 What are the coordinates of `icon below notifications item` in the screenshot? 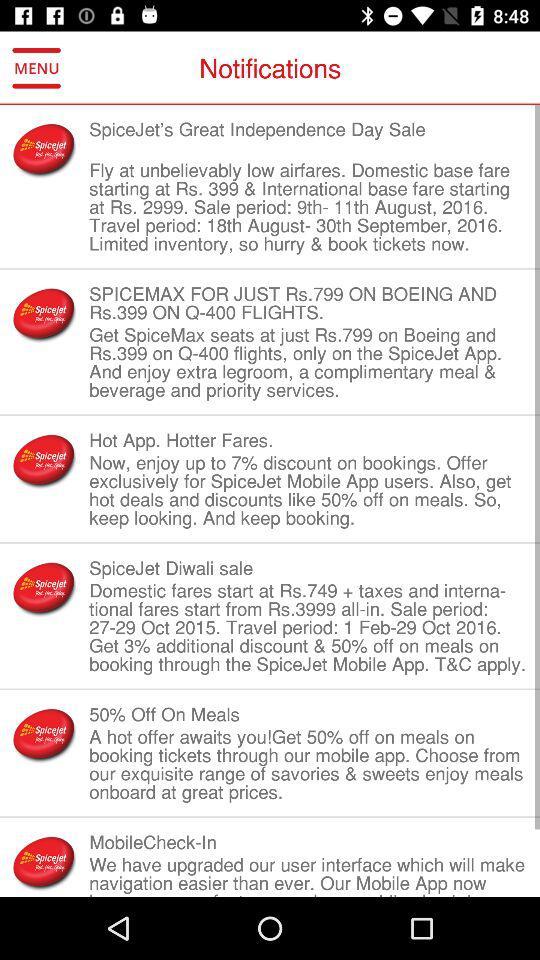 It's located at (308, 137).